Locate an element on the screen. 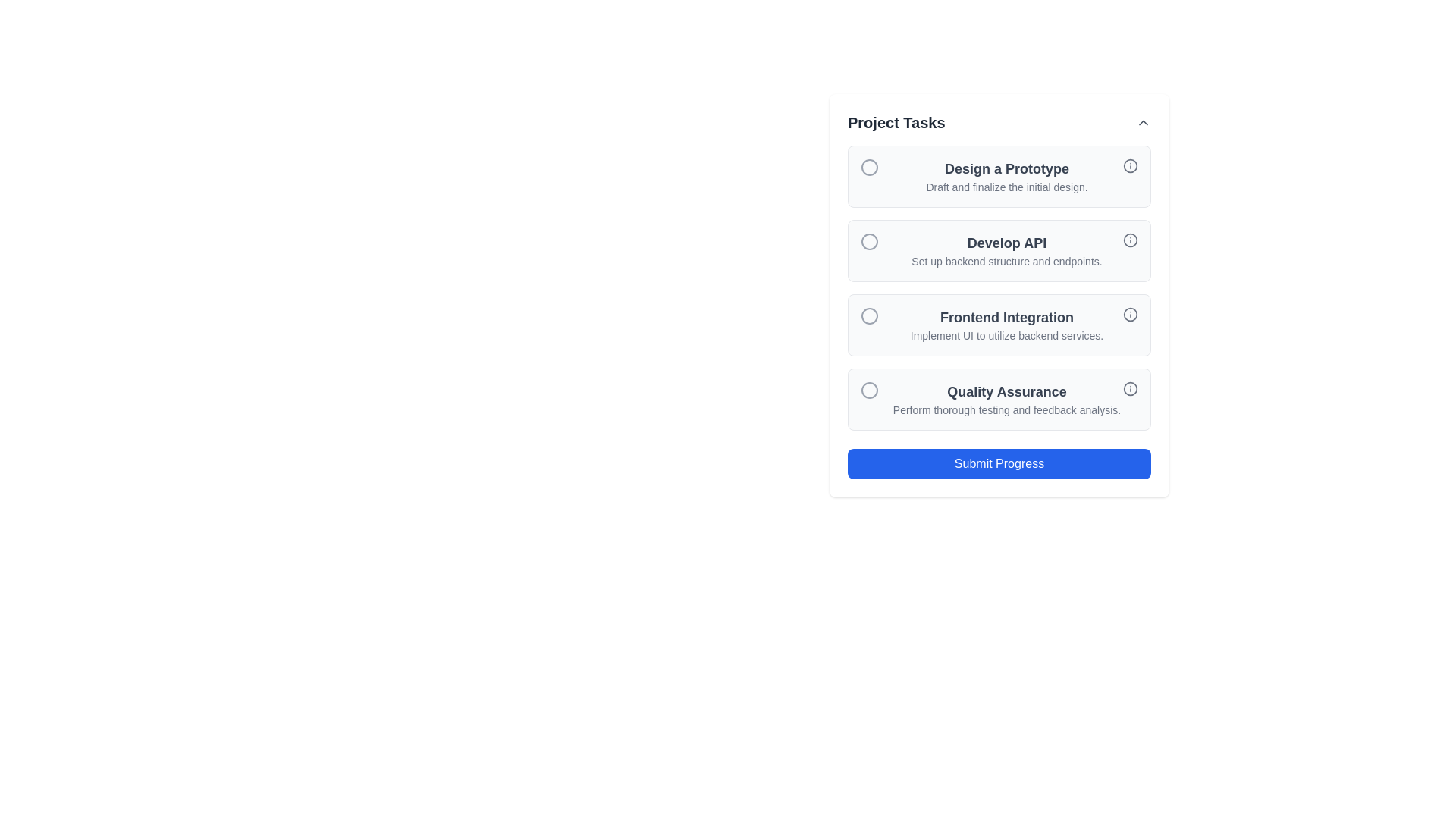  the text label containing 'Draft and finalize the initial design.' which is styled in a smaller, light gray font beneath the heading 'Design a Prototype.' is located at coordinates (1007, 186).